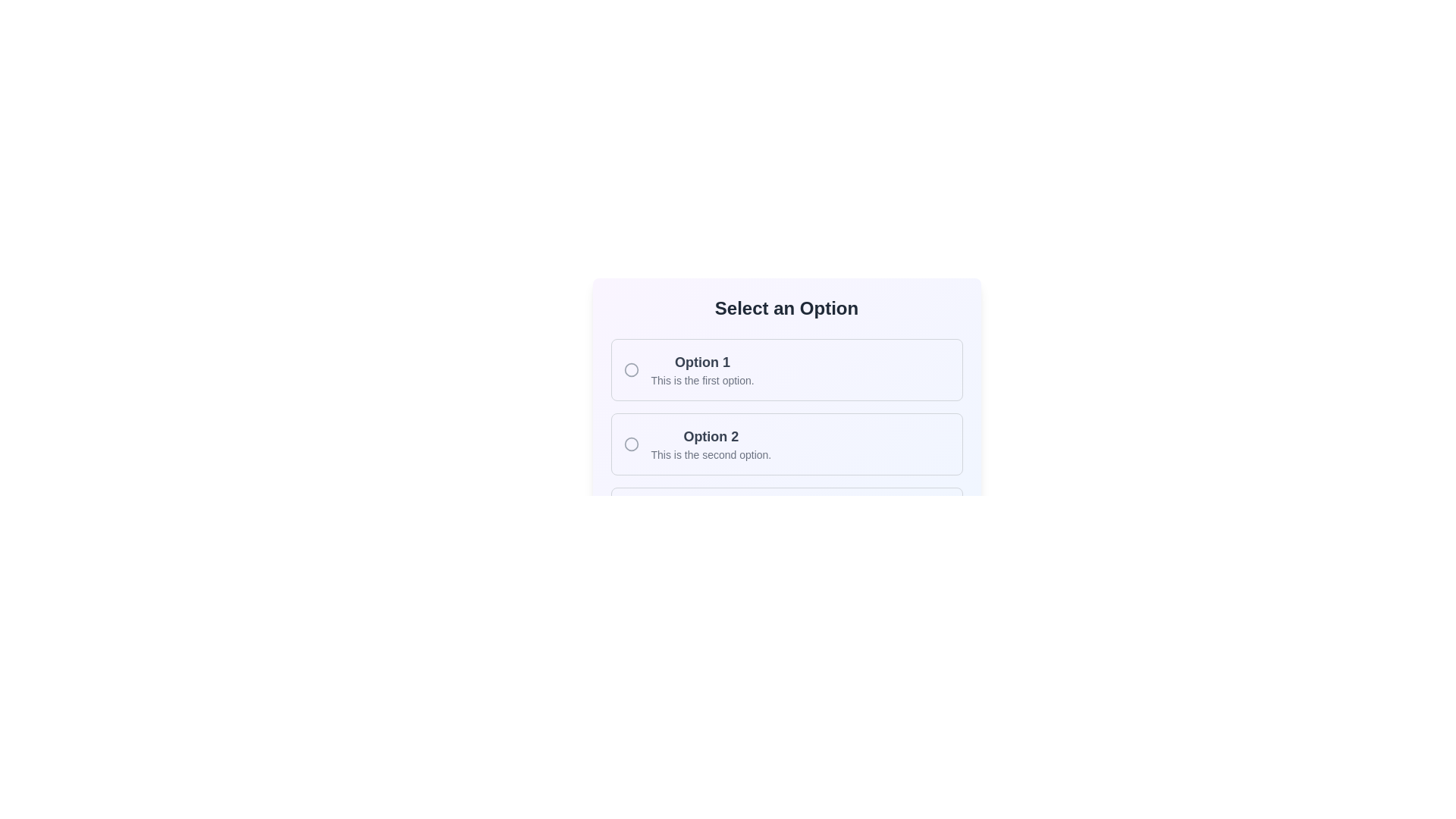 This screenshot has height=819, width=1456. Describe the element at coordinates (786, 423) in the screenshot. I see `the second selectable option (radio button) labeled 'Option 2'` at that location.